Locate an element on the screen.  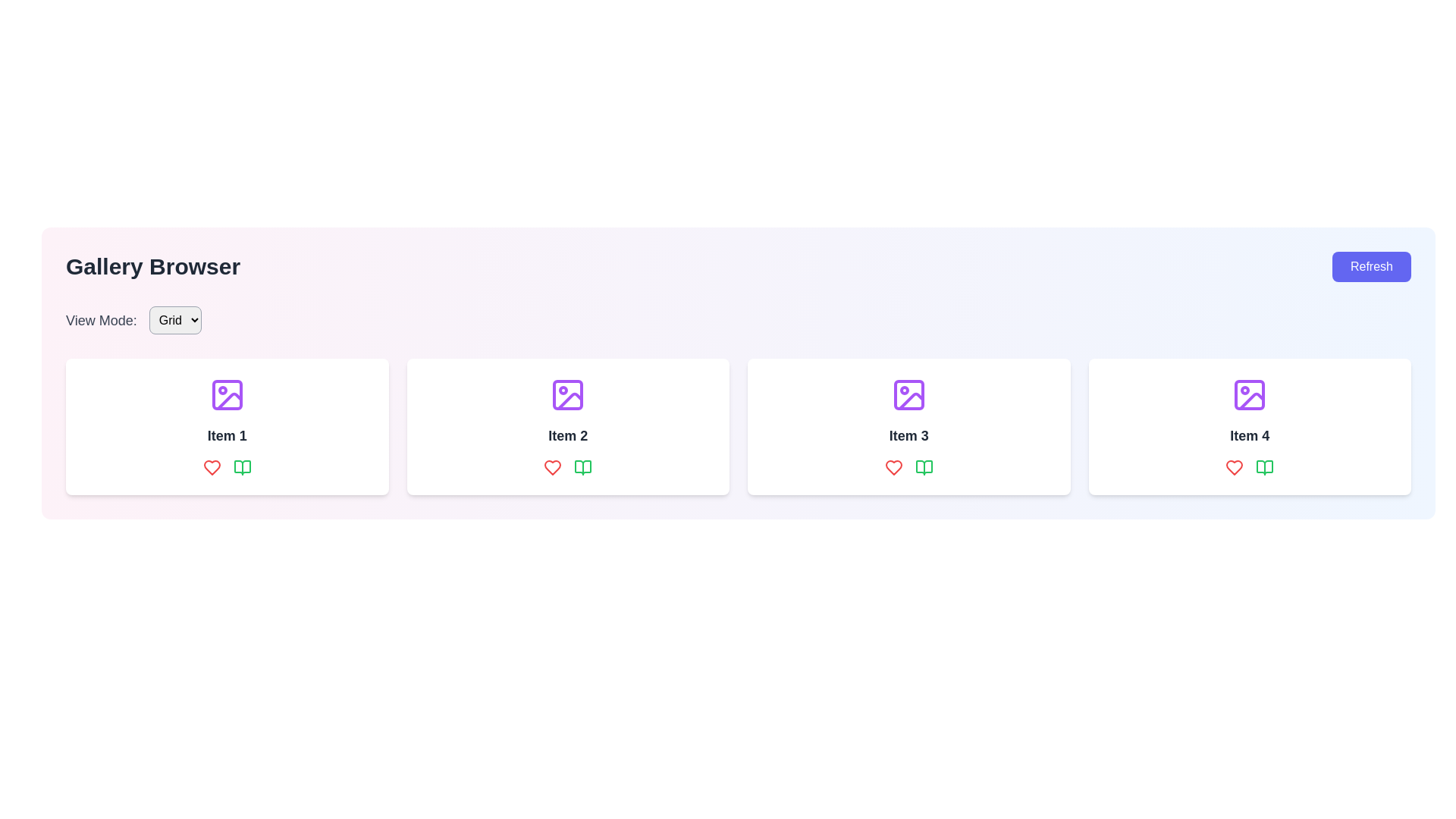
the open book icon, which is green and the second icon in a horizontal group under 'Item 2', located immediately to the right of the heart-shaped red icon is located at coordinates (582, 467).